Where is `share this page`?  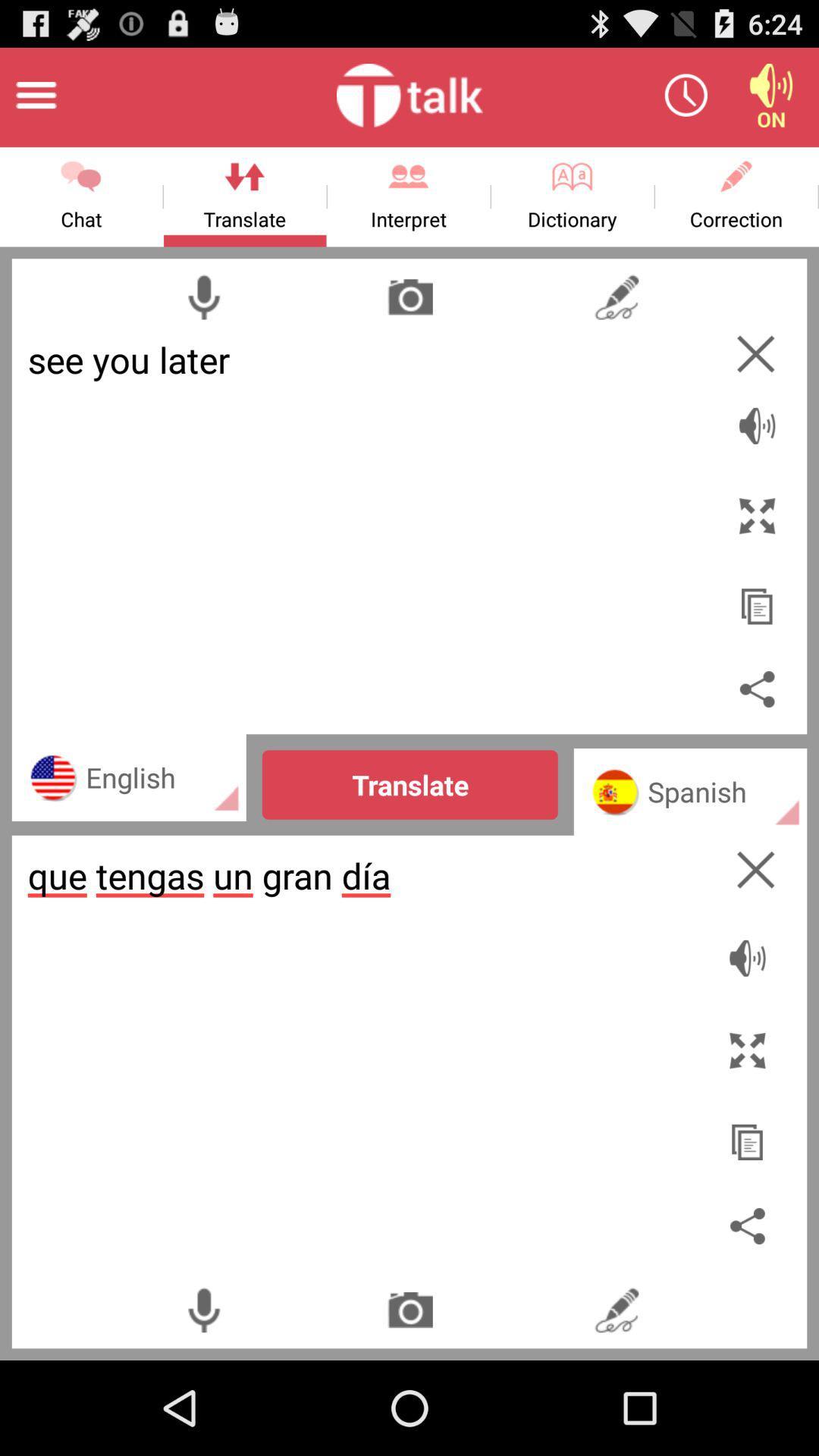 share this page is located at coordinates (751, 1225).